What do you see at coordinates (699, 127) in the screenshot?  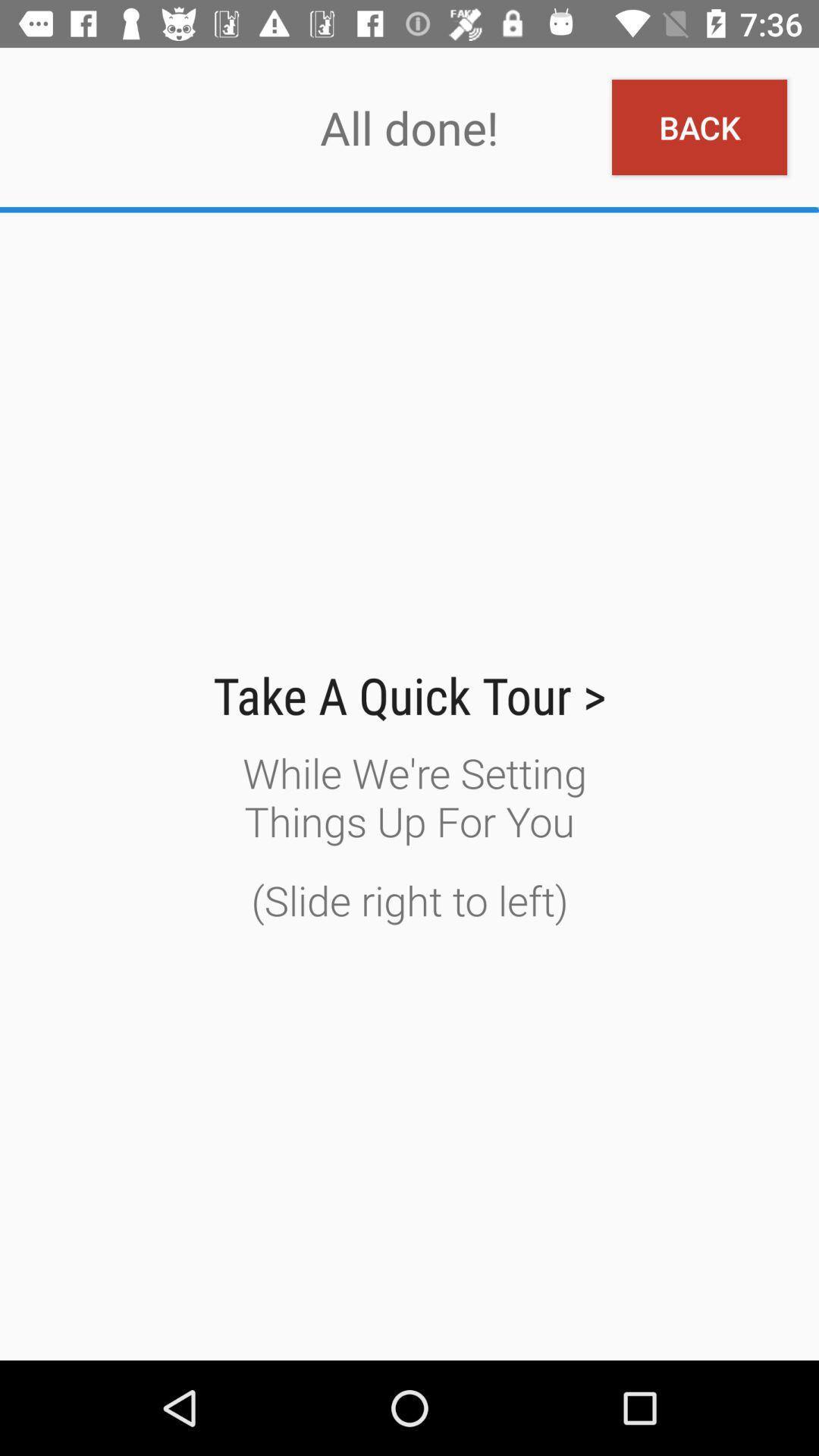 I see `the icon to the right of the all done! item` at bounding box center [699, 127].